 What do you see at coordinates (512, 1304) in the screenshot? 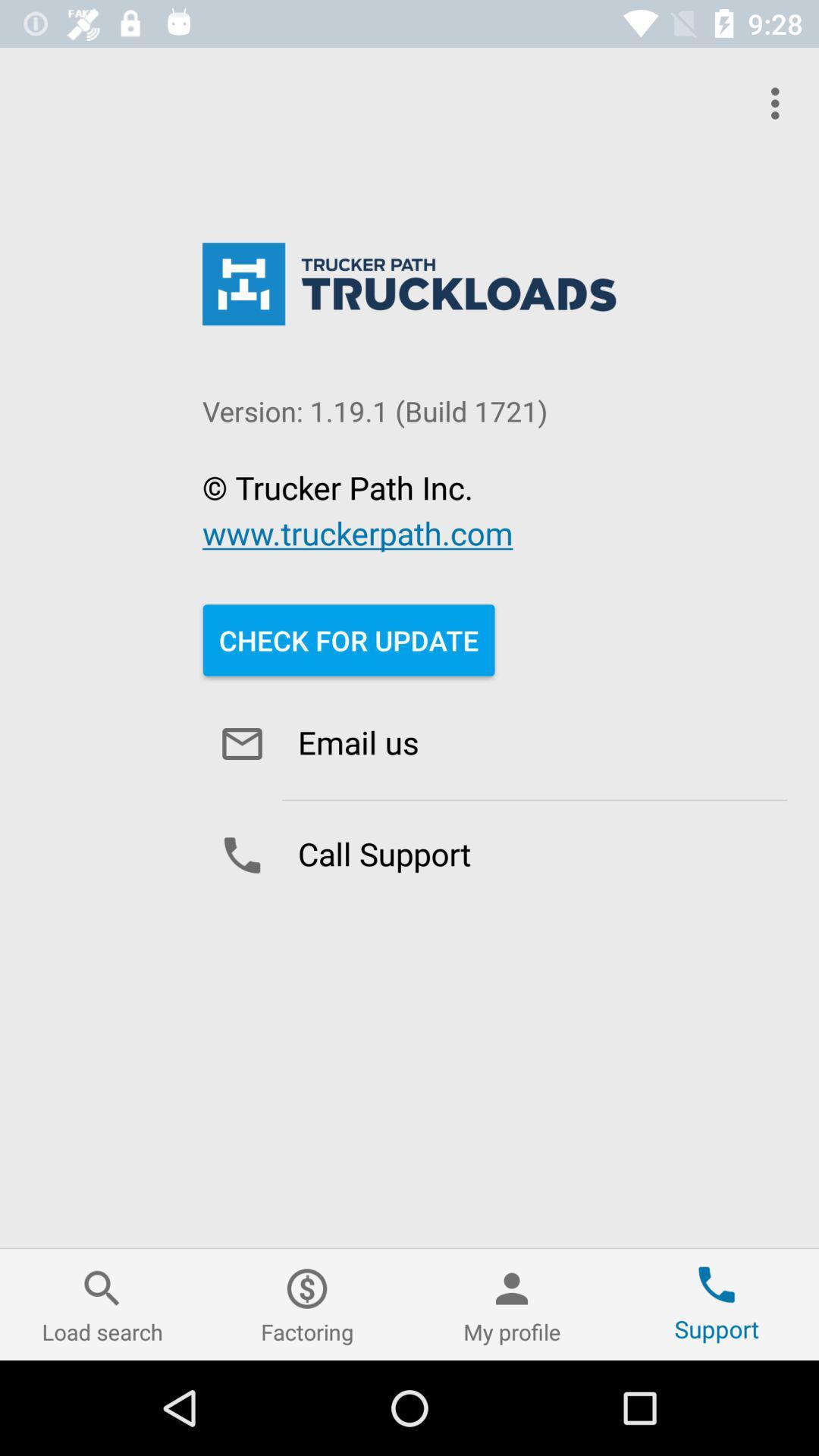
I see `the icon next to the support icon` at bounding box center [512, 1304].